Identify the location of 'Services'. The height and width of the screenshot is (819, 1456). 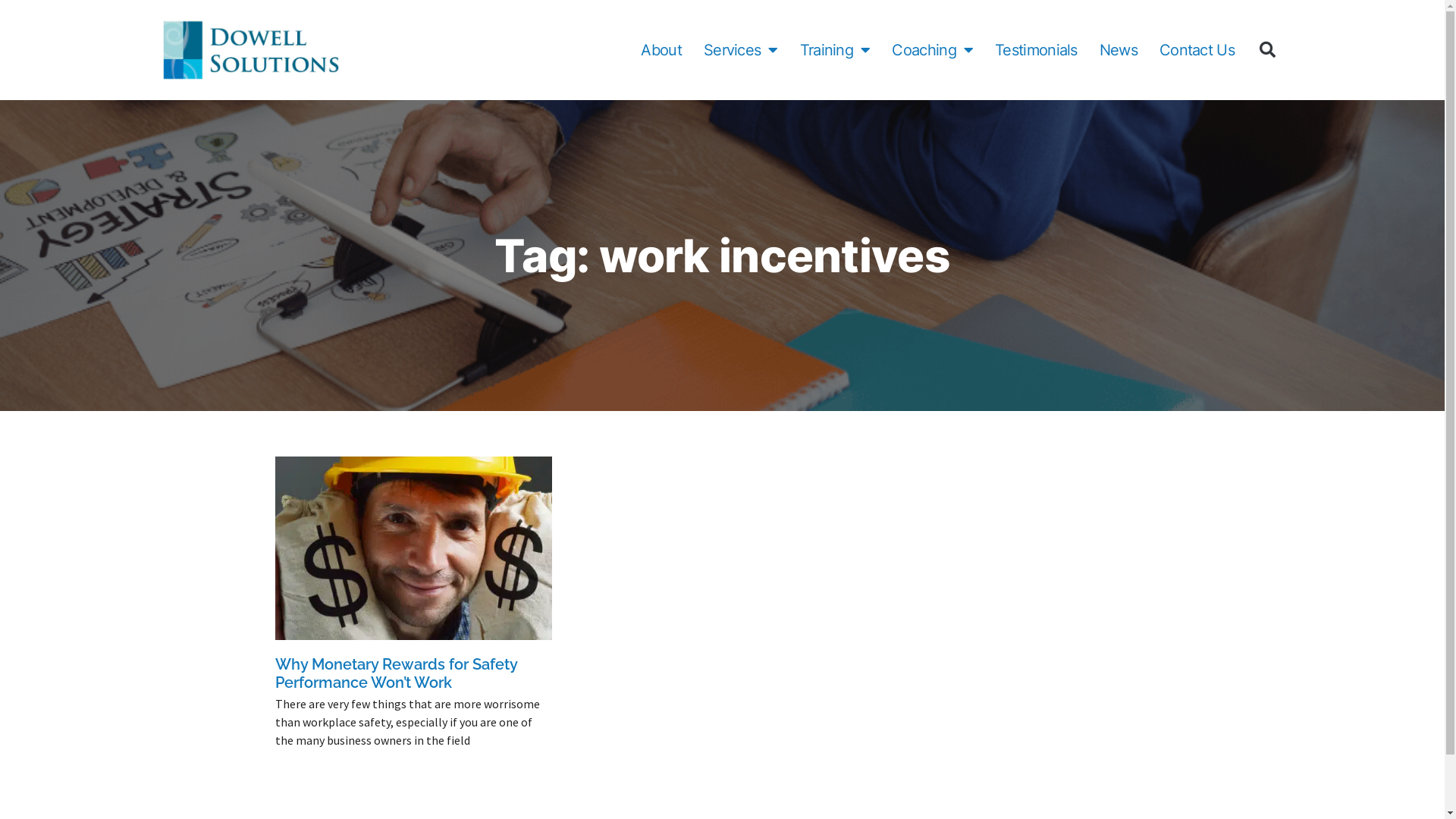
(741, 49).